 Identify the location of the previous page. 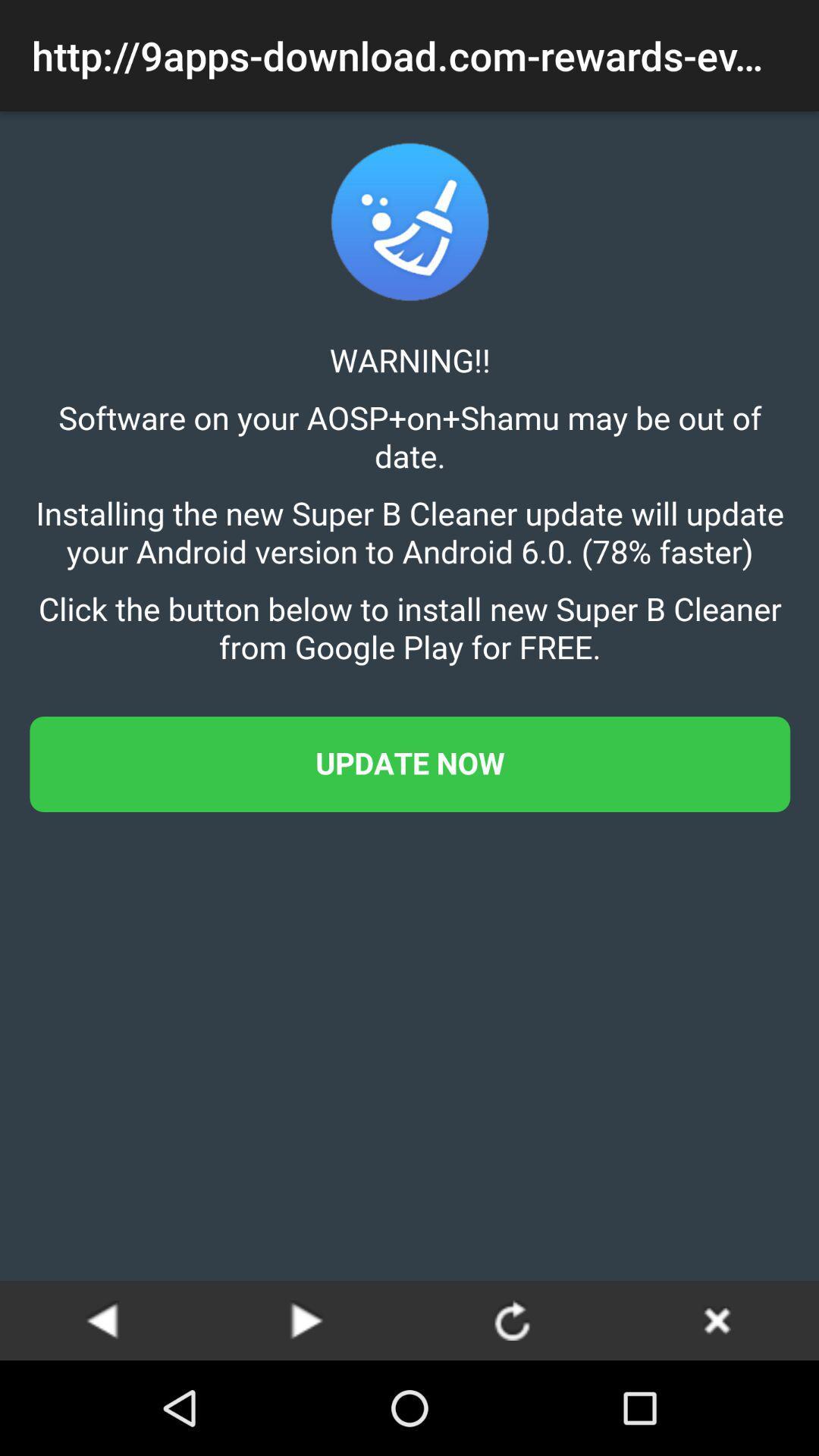
(102, 1319).